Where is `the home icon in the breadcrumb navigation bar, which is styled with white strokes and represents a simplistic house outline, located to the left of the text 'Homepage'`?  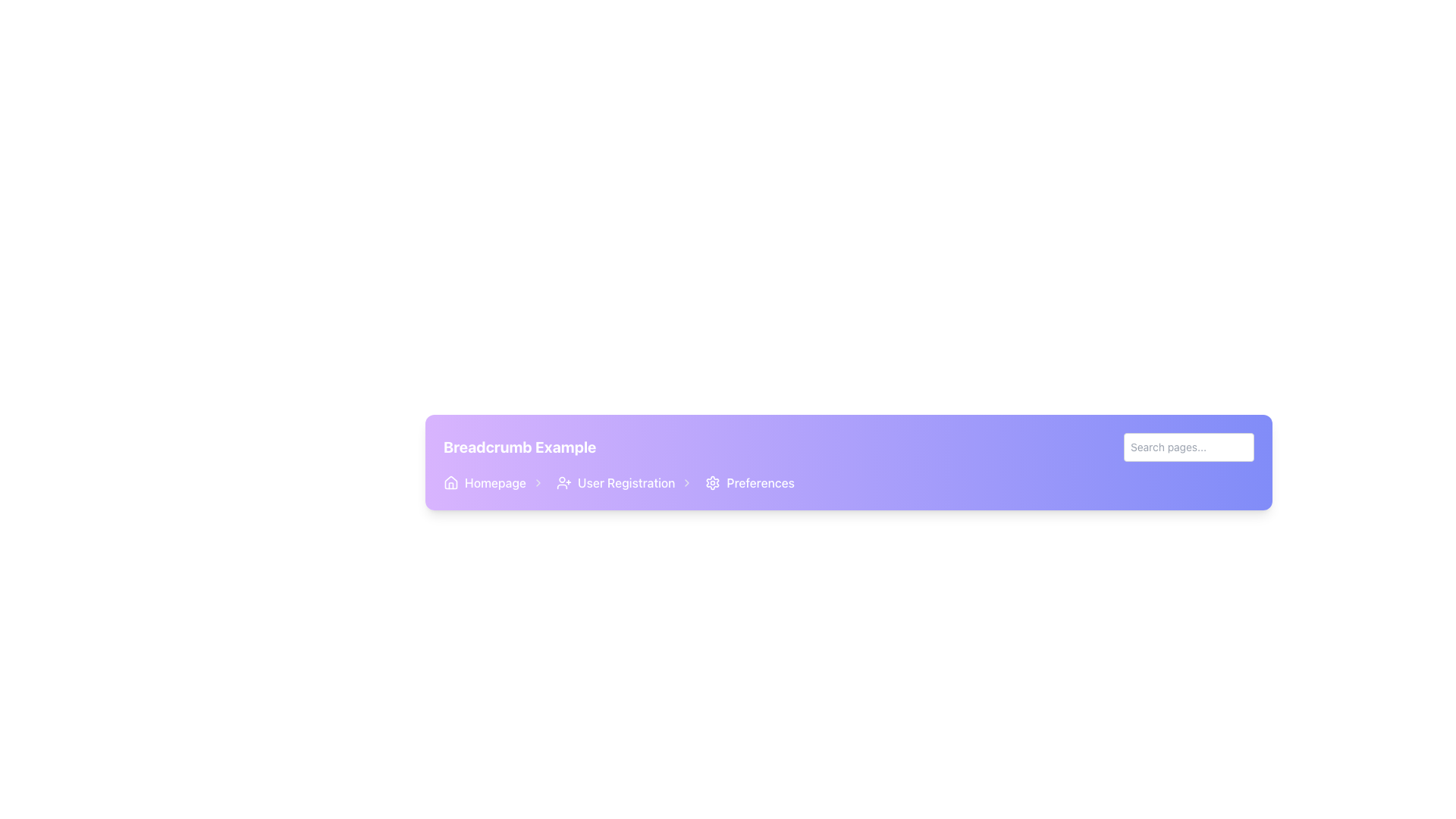 the home icon in the breadcrumb navigation bar, which is styled with white strokes and represents a simplistic house outline, located to the left of the text 'Homepage' is located at coordinates (450, 482).